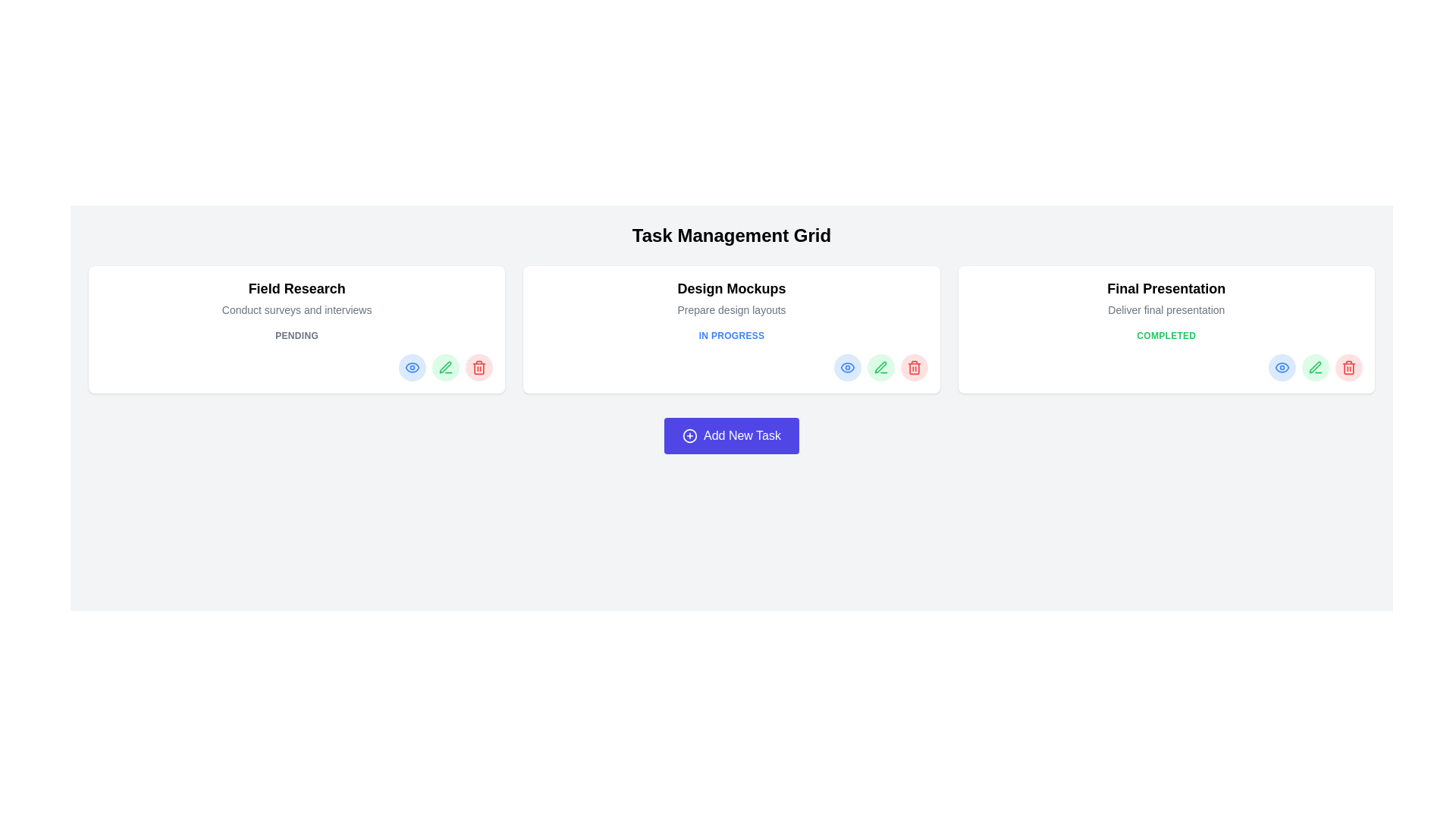 The width and height of the screenshot is (1456, 819). I want to click on the delete button for the 'Design Mockups' task, so click(913, 368).